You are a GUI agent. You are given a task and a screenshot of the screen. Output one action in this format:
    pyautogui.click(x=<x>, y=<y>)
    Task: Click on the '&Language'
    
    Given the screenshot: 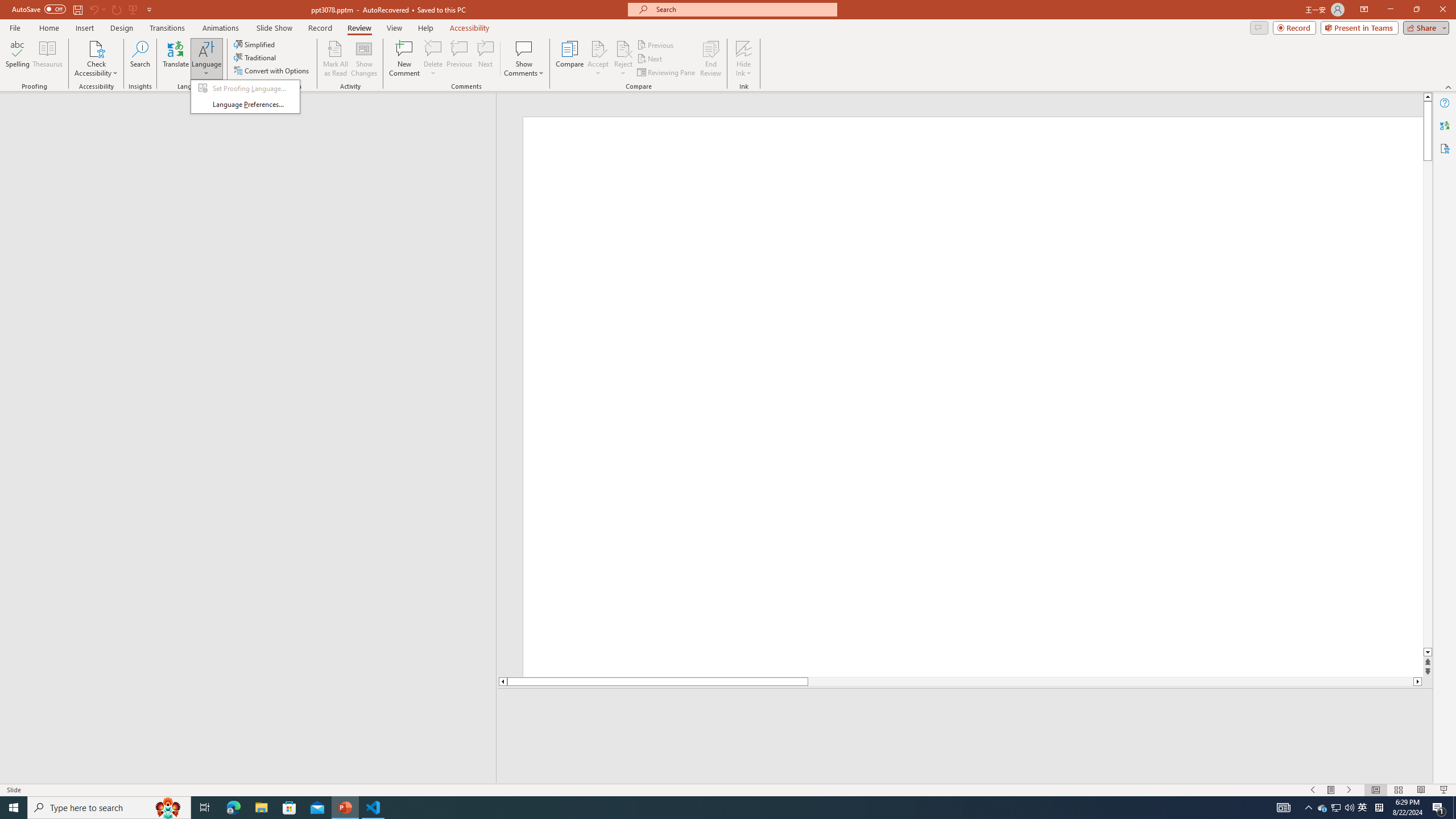 What is the action you would take?
    pyautogui.click(x=245, y=96)
    